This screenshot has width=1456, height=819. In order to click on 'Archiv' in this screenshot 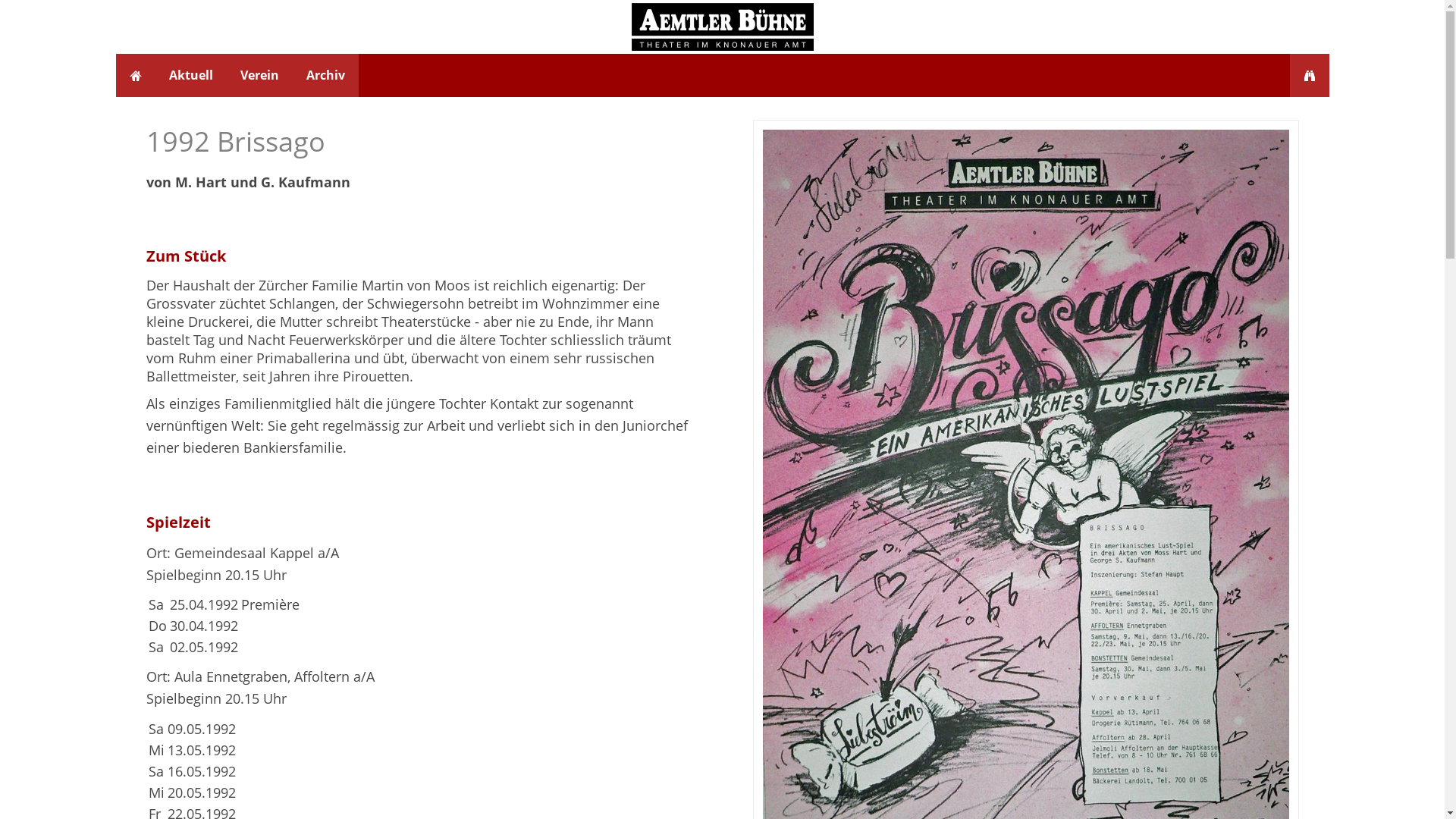, I will do `click(292, 75)`.